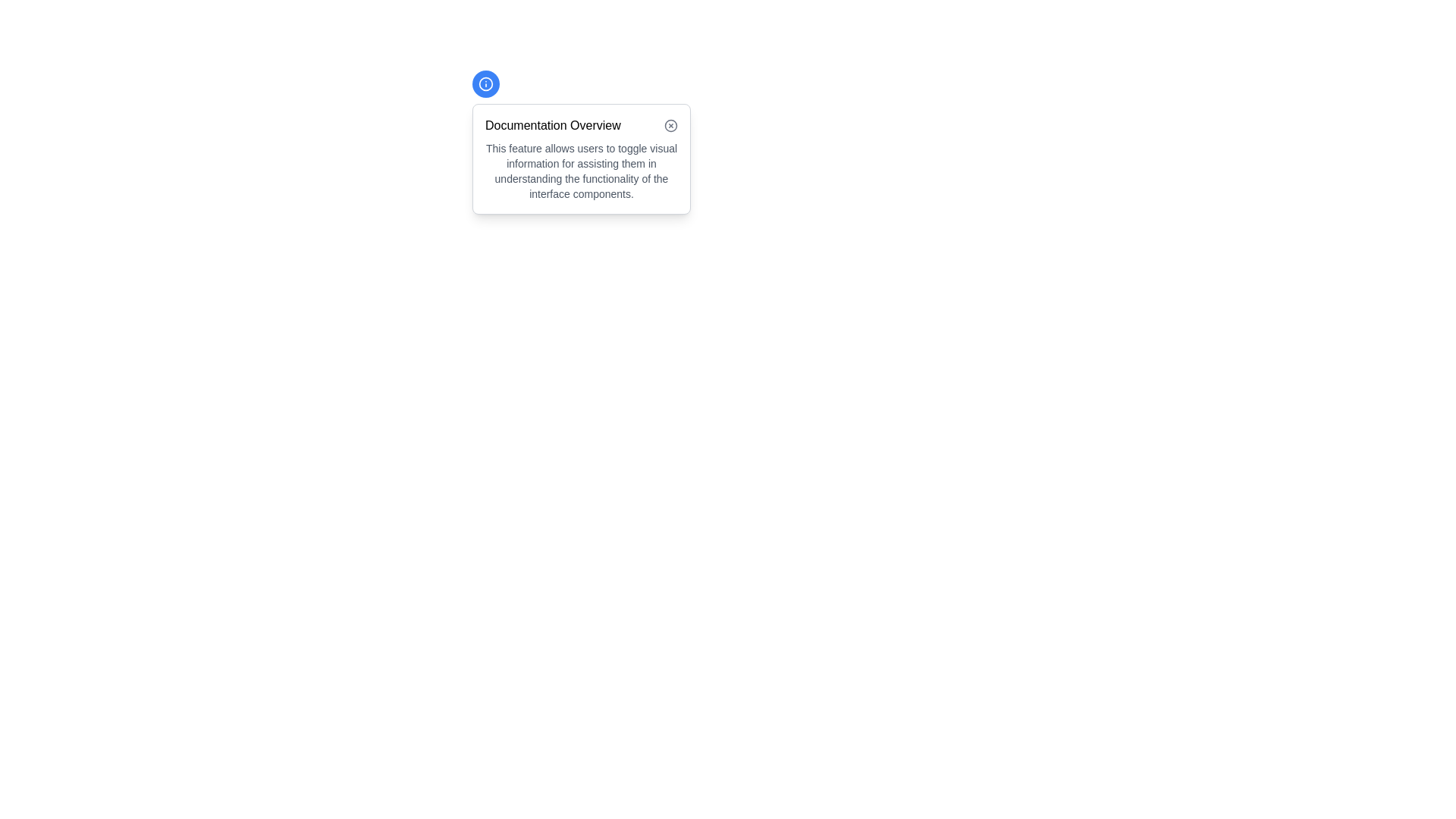  What do you see at coordinates (486, 84) in the screenshot?
I see `the blue circular Interactive Icon with a white outline featuring an information symbol, located at the upper left corner of the 'Documentation Overview' card to interact` at bounding box center [486, 84].